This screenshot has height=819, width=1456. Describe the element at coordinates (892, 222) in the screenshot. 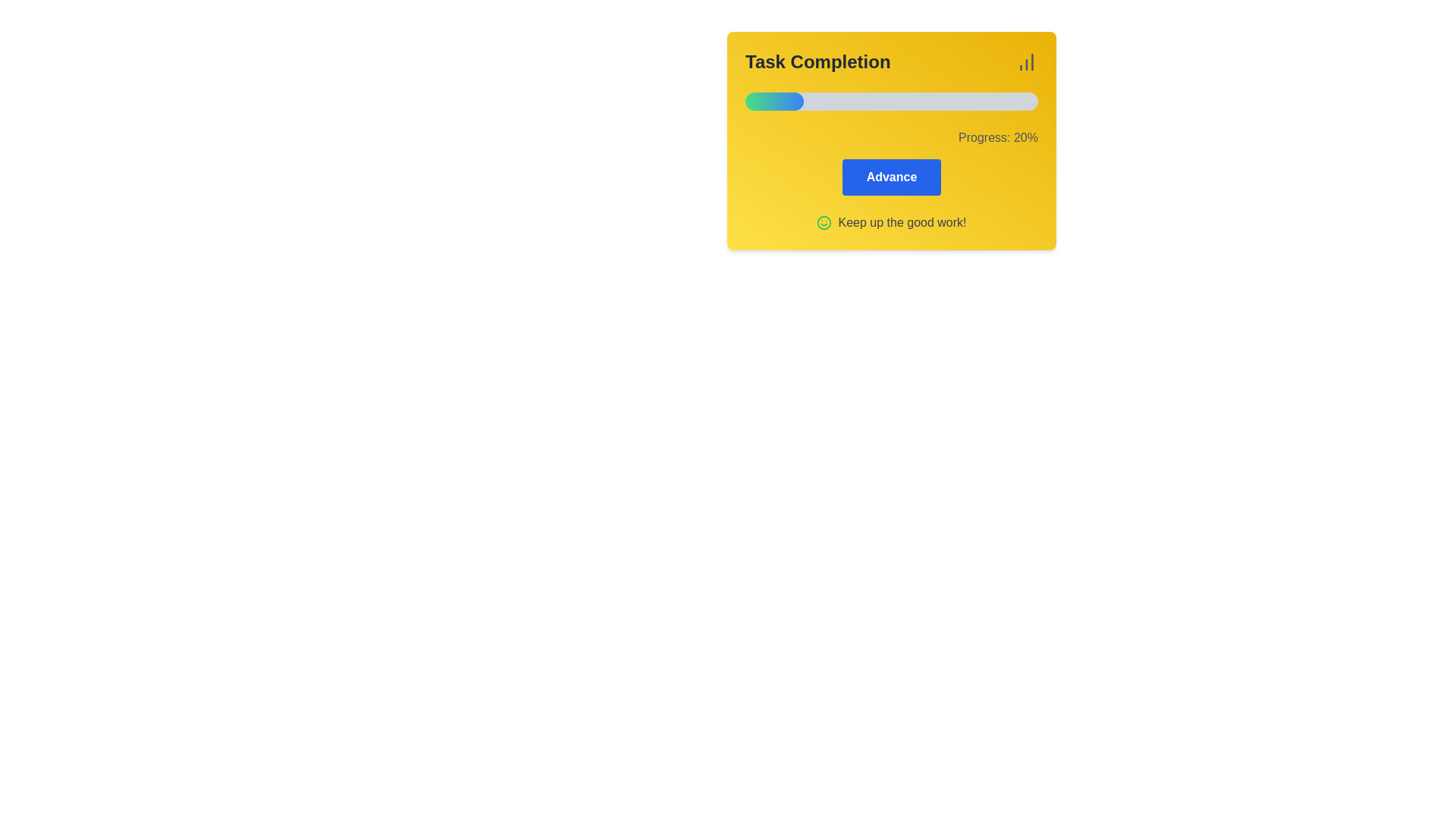

I see `the decorative text element that says 'Keep up the good work!' with a green smiley face icon, located at the bottom-center of the 'Task Completion' card` at that location.